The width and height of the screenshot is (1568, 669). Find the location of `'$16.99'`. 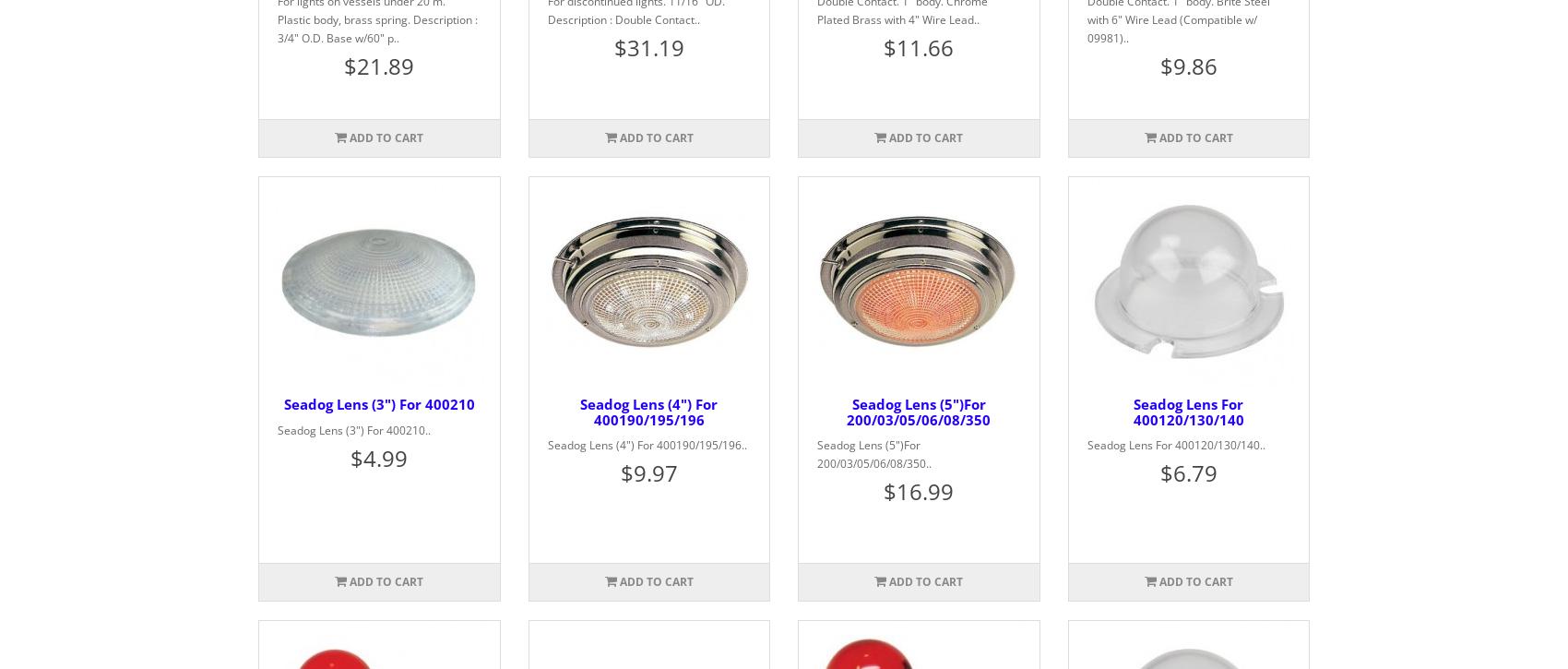

'$16.99' is located at coordinates (918, 491).